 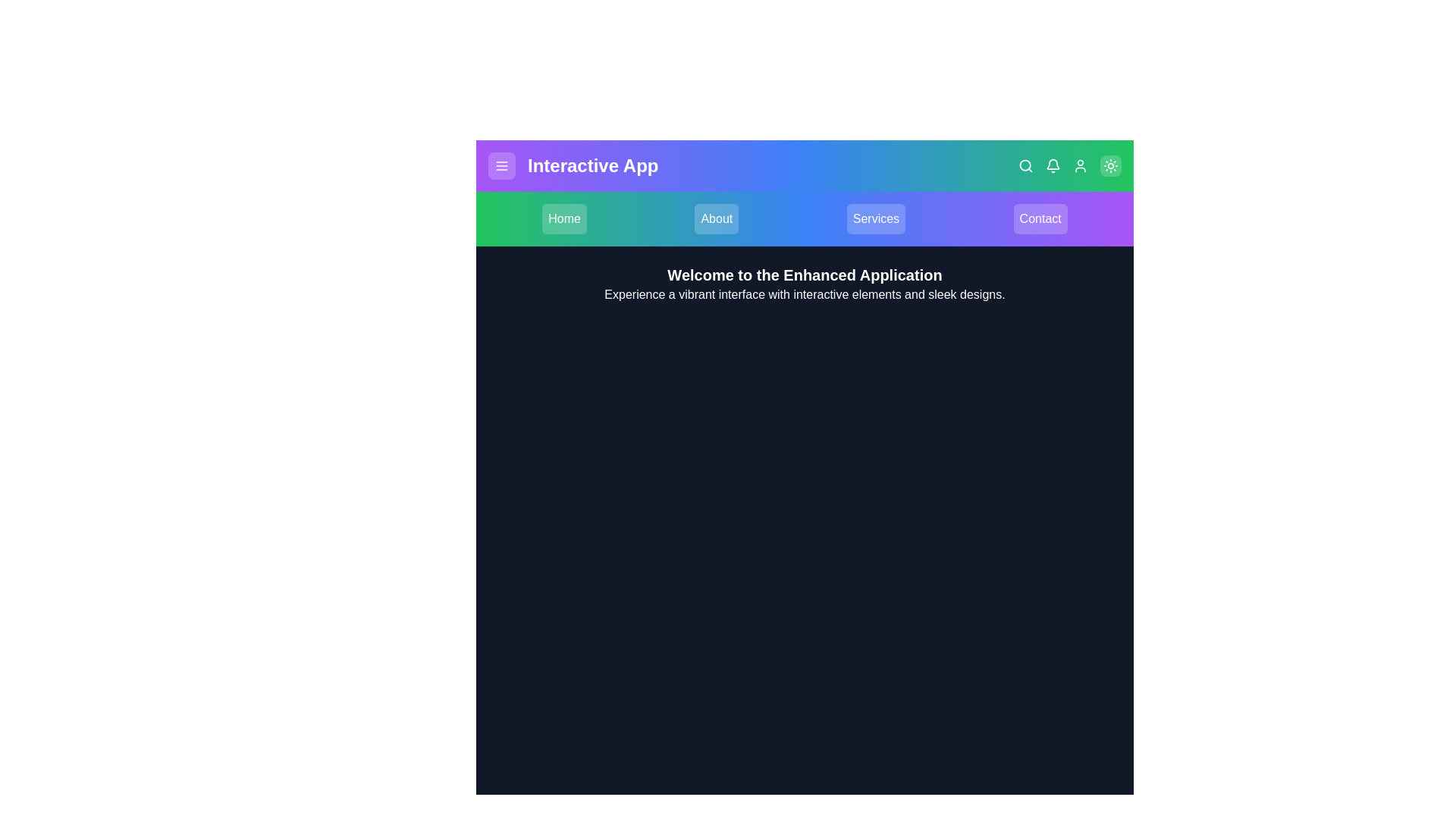 I want to click on the User icon in the top right corner of the app bar, so click(x=1080, y=166).